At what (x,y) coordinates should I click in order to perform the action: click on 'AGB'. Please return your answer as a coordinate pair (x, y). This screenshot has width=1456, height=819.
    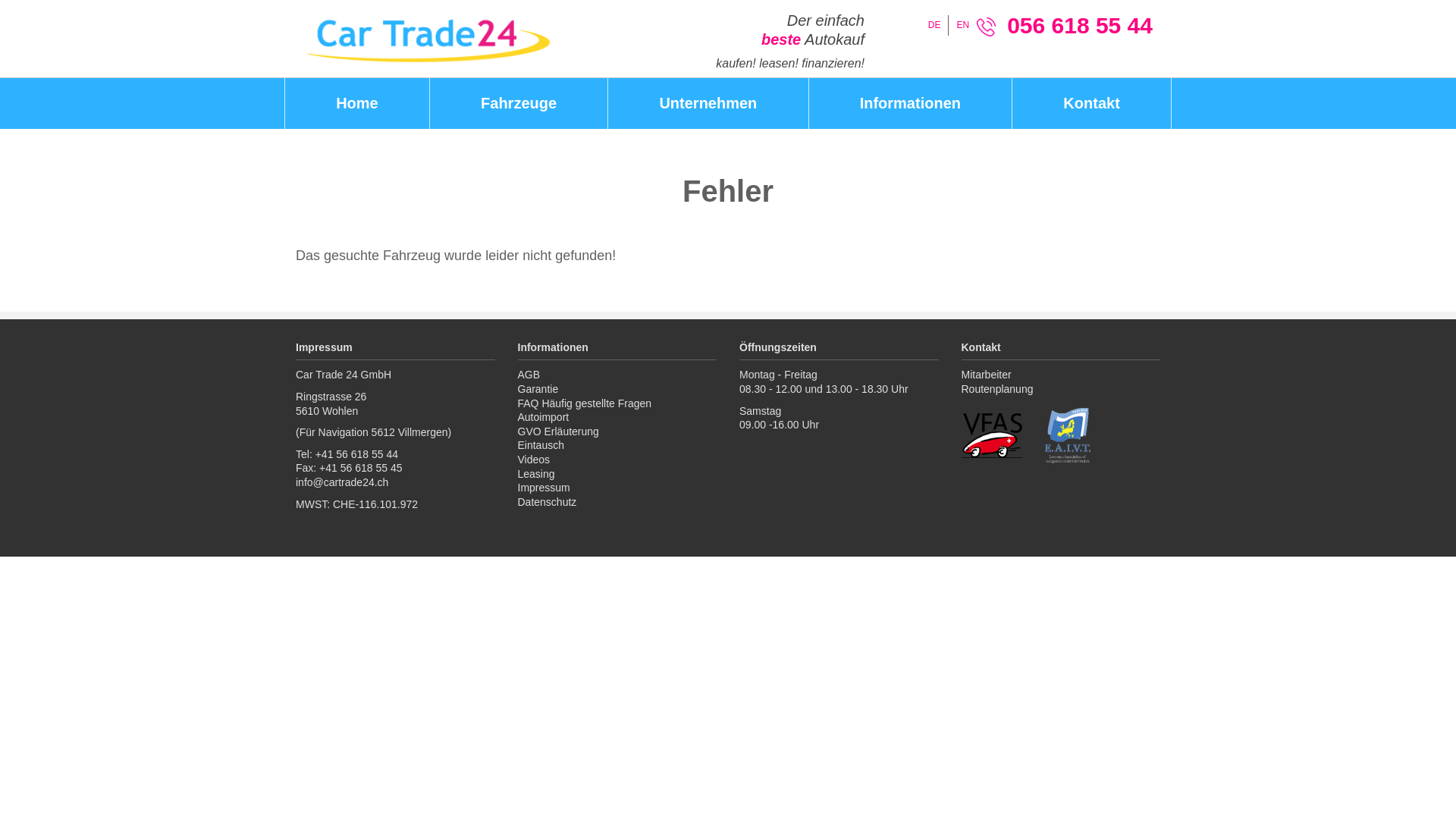
    Looking at the image, I should click on (516, 375).